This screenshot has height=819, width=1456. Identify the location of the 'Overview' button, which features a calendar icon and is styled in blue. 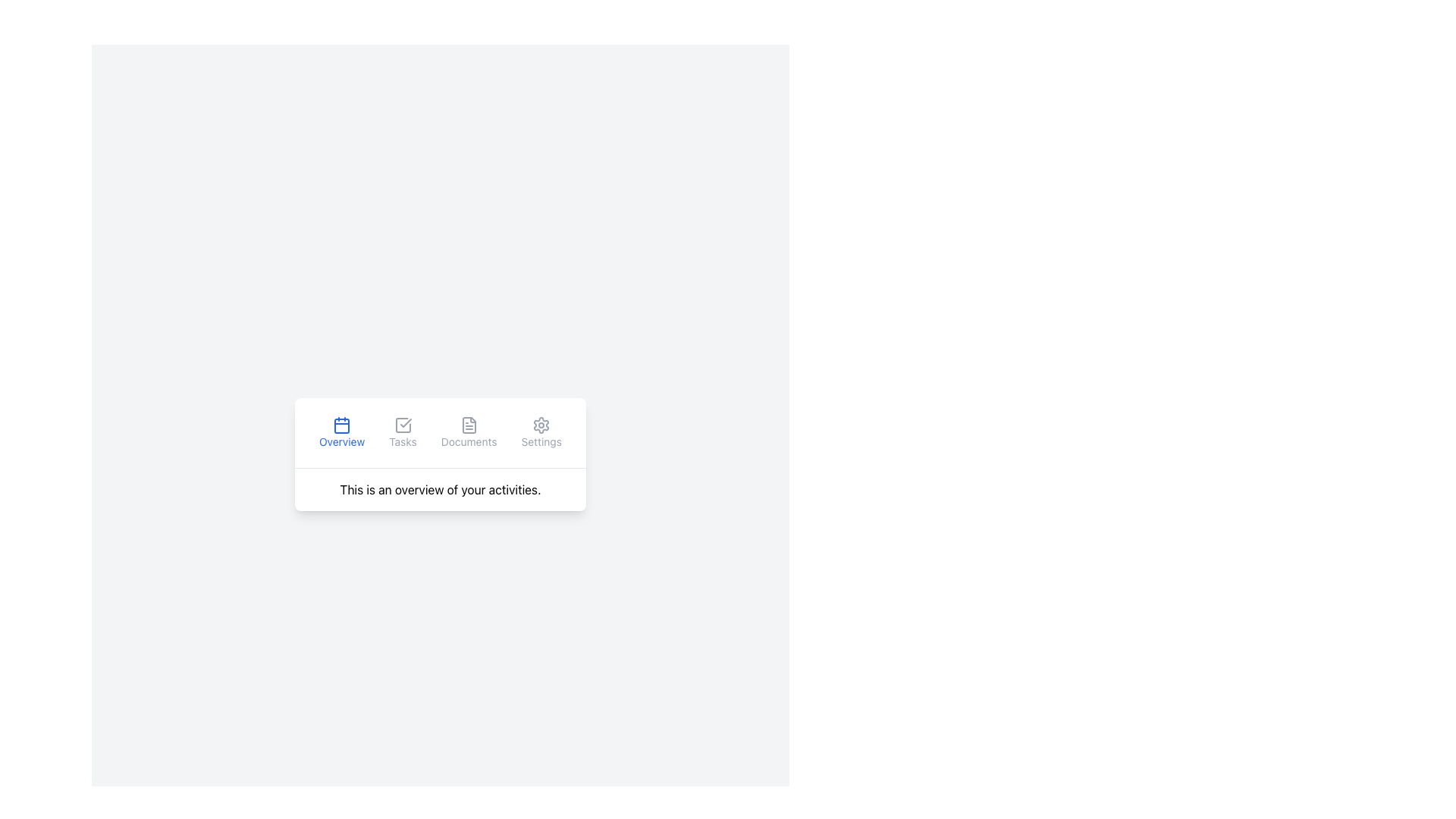
(341, 432).